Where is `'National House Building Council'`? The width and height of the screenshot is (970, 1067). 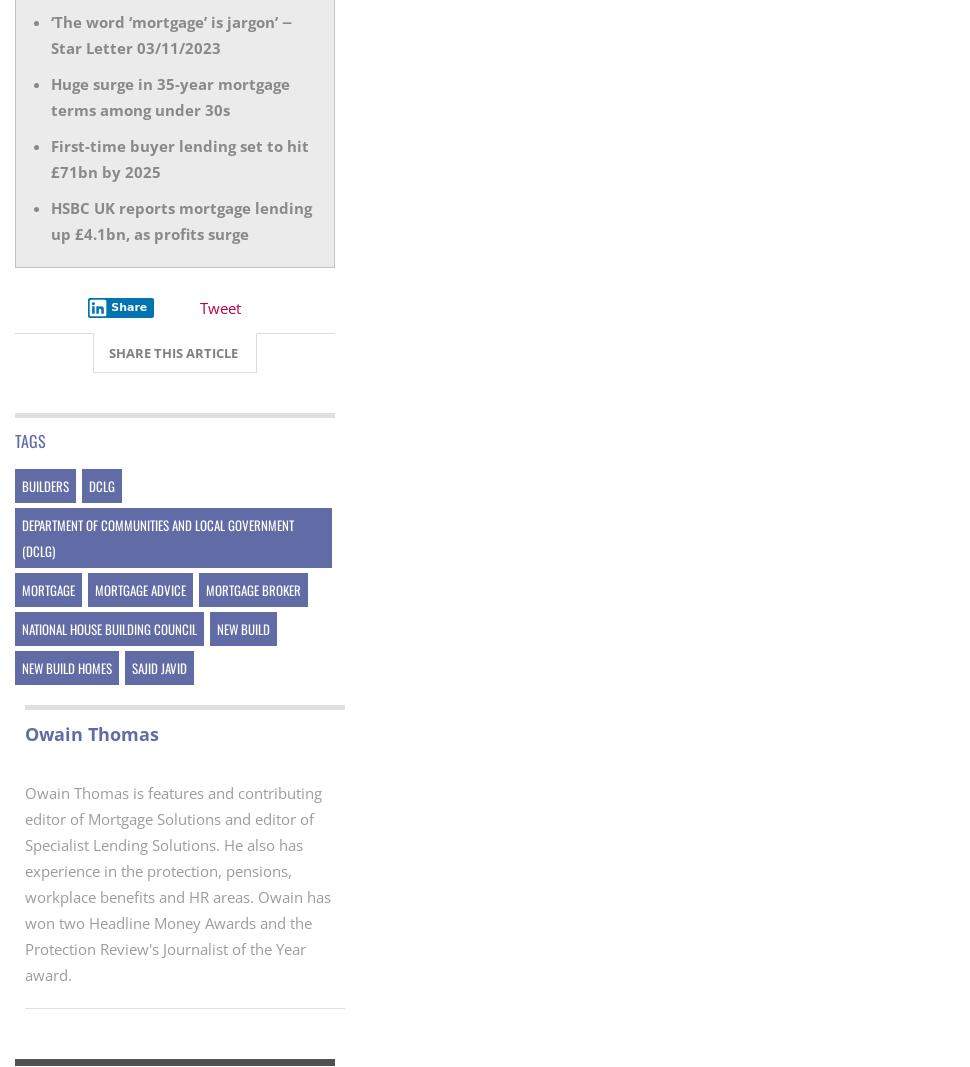
'National House Building Council' is located at coordinates (109, 628).